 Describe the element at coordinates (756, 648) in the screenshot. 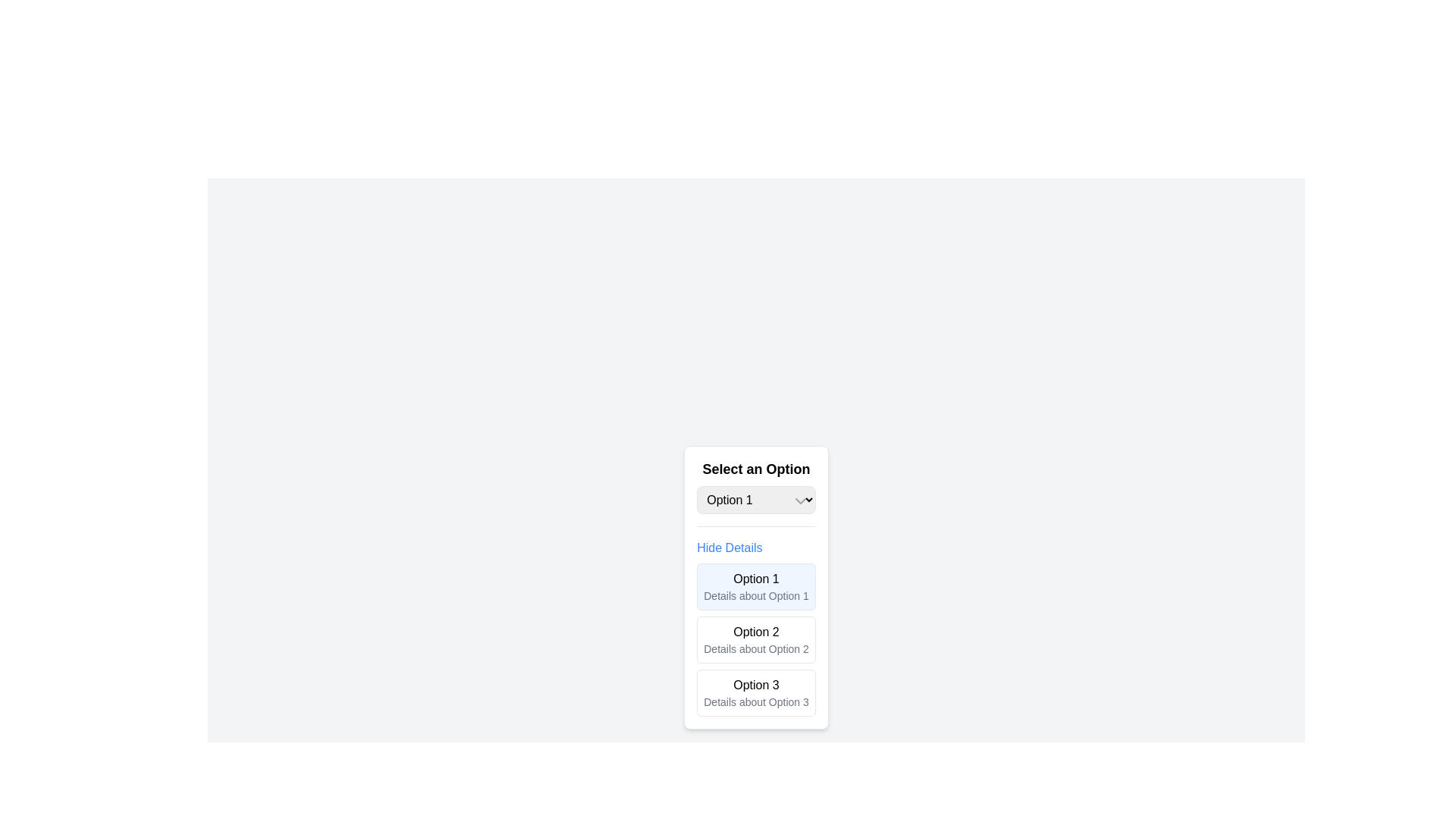

I see `the static text label that reads 'Details about Option 2', which is styled in gray and is positioned below the title 'Option 2'` at that location.